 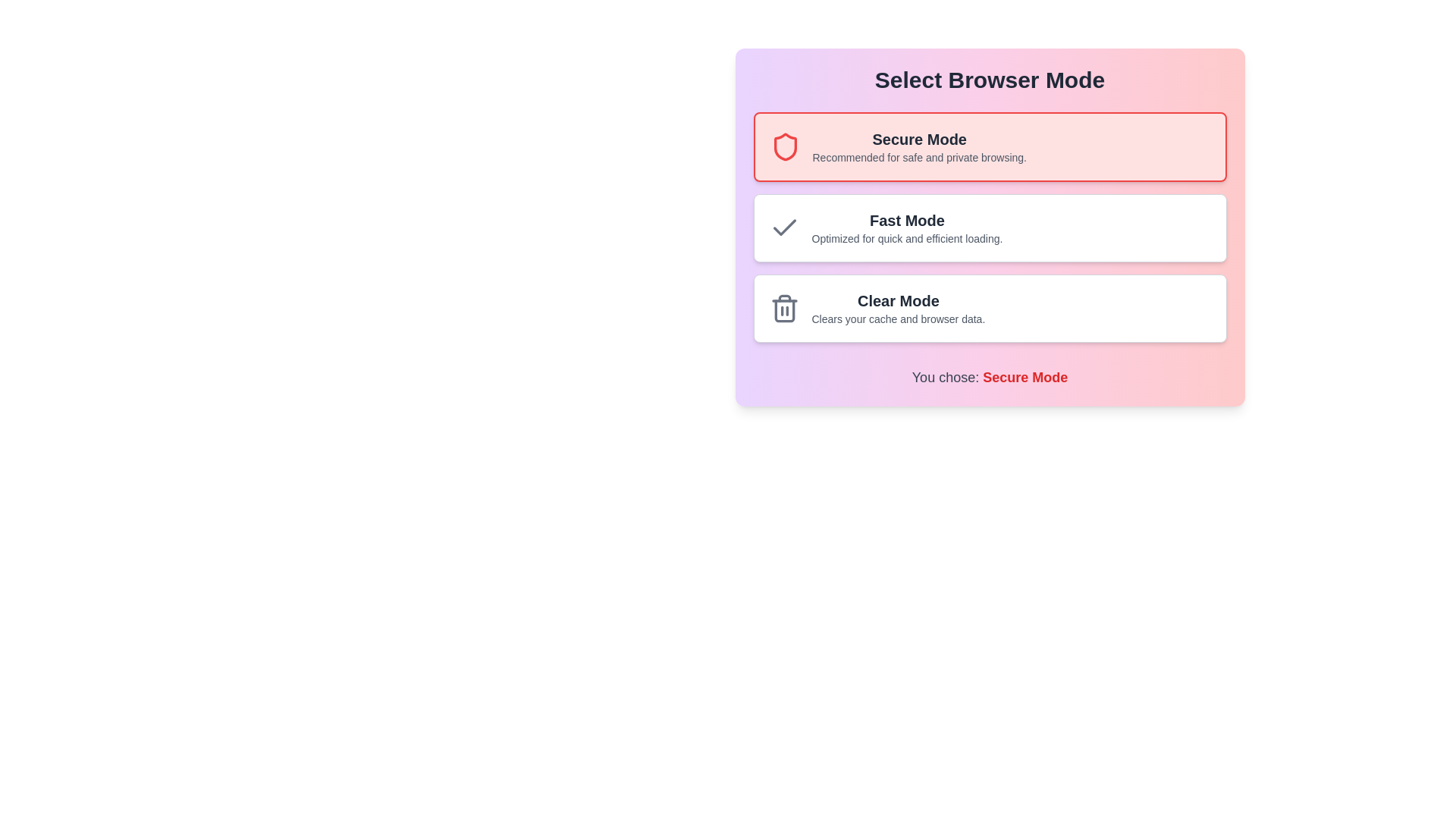 I want to click on the descriptive text that provides information about the 'Fast Mode' option, positioned directly below the title 'Fast Mode', so click(x=907, y=239).